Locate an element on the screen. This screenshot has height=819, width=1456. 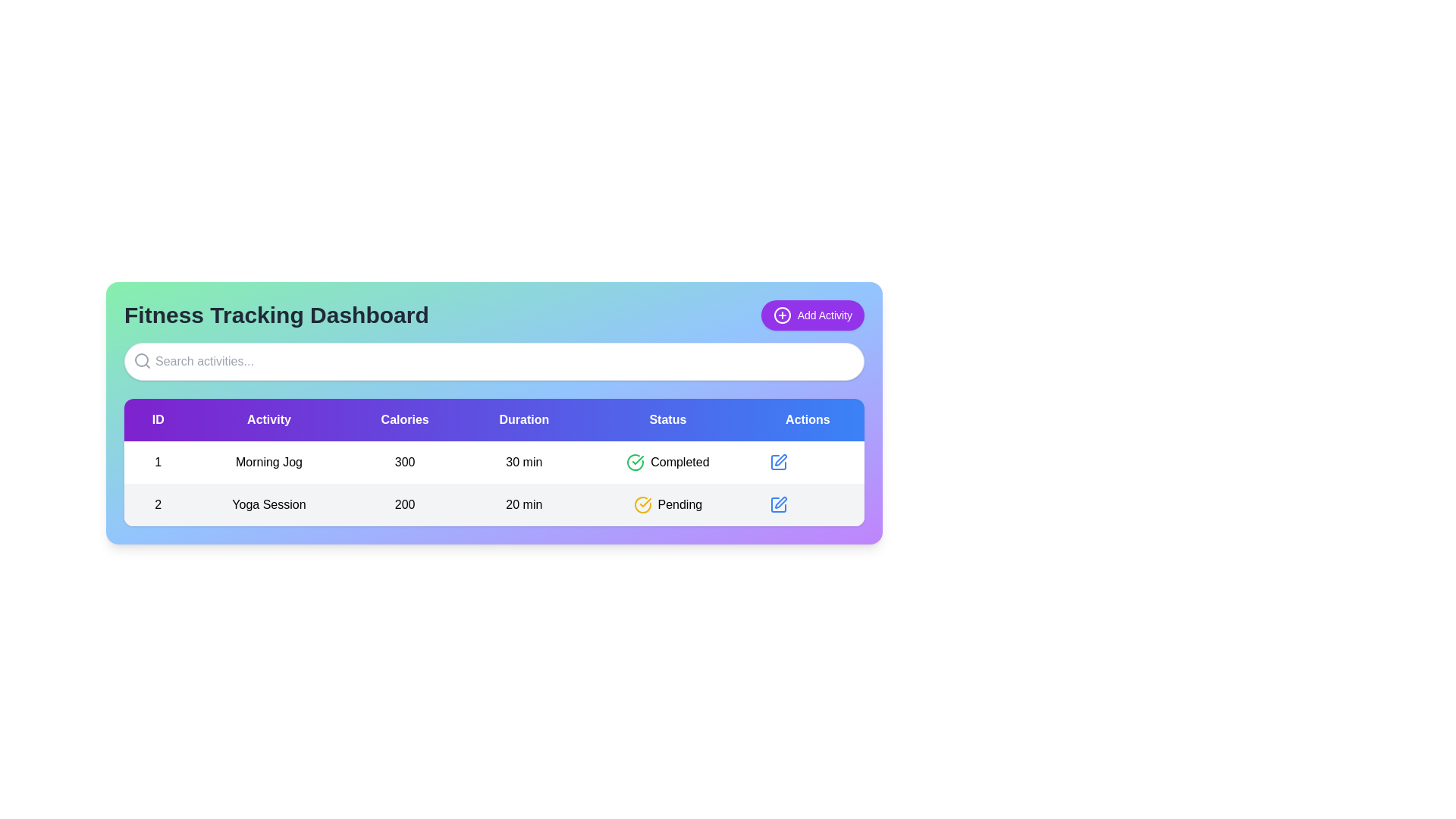
text content 'ID' from the table header cell located at the top-left corner of the table header row in the Fitness Tracking Dashboard is located at coordinates (158, 420).